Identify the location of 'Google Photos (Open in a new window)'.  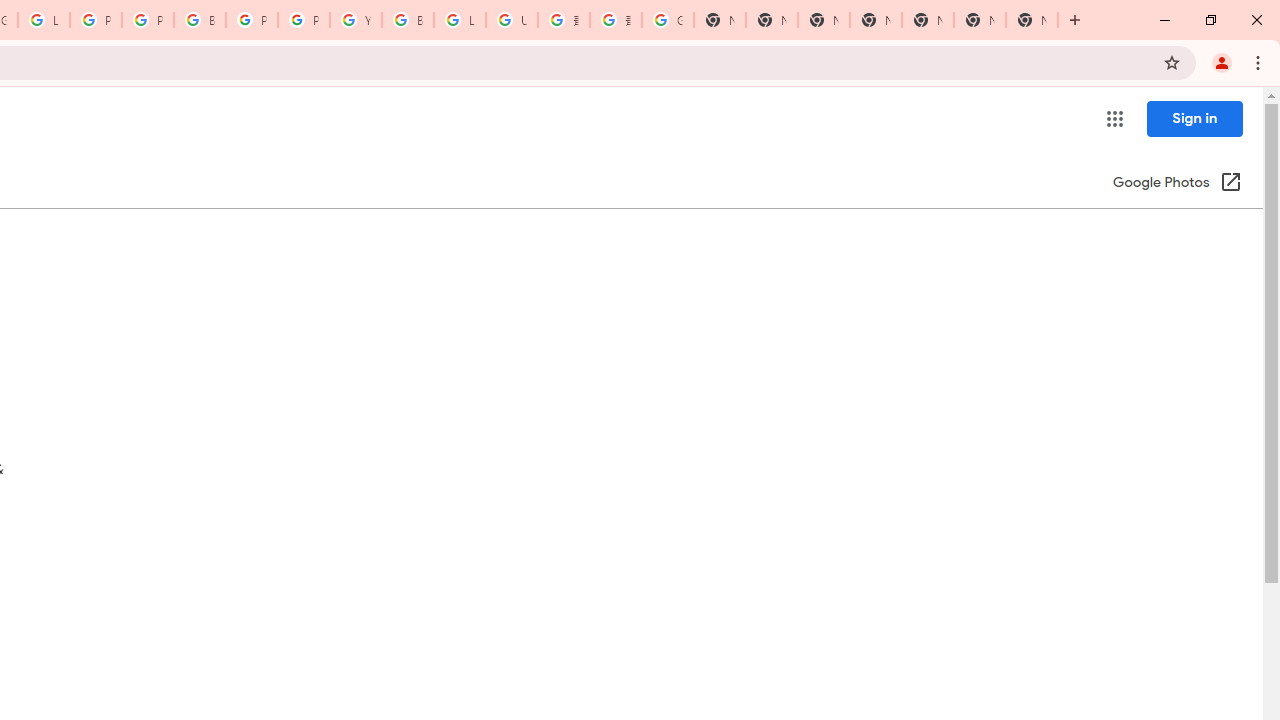
(1177, 183).